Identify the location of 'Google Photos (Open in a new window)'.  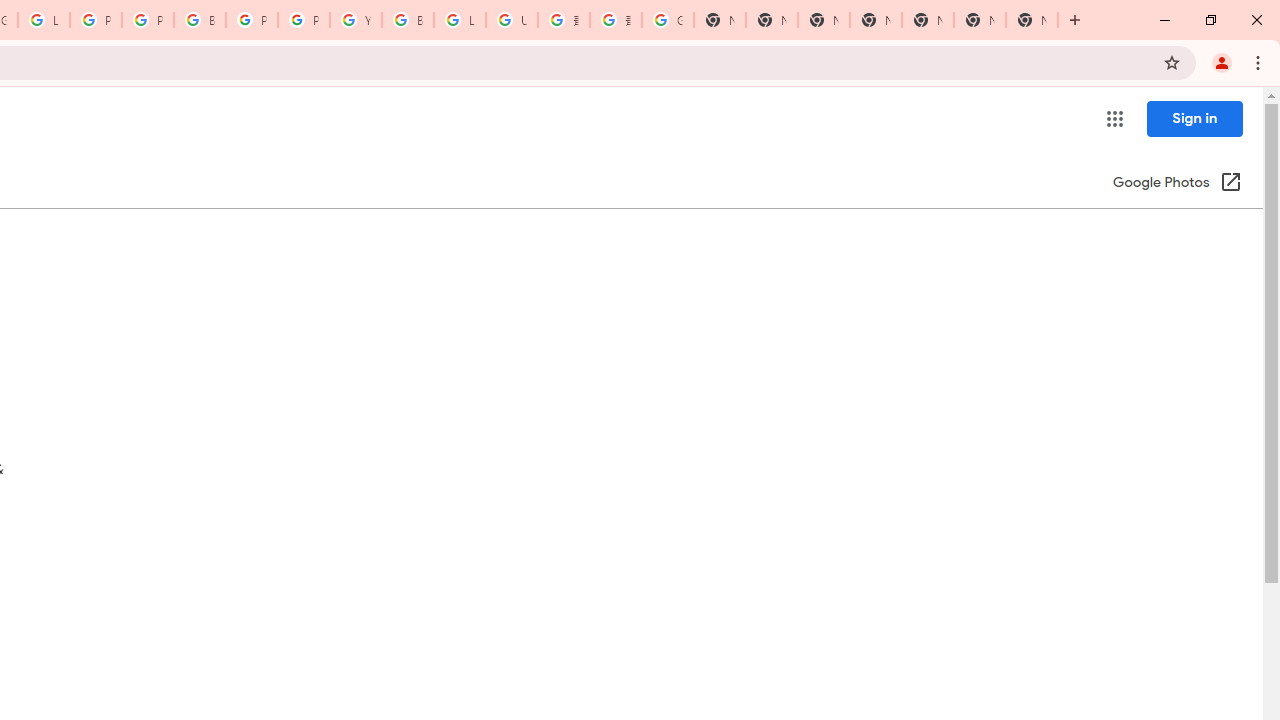
(1177, 183).